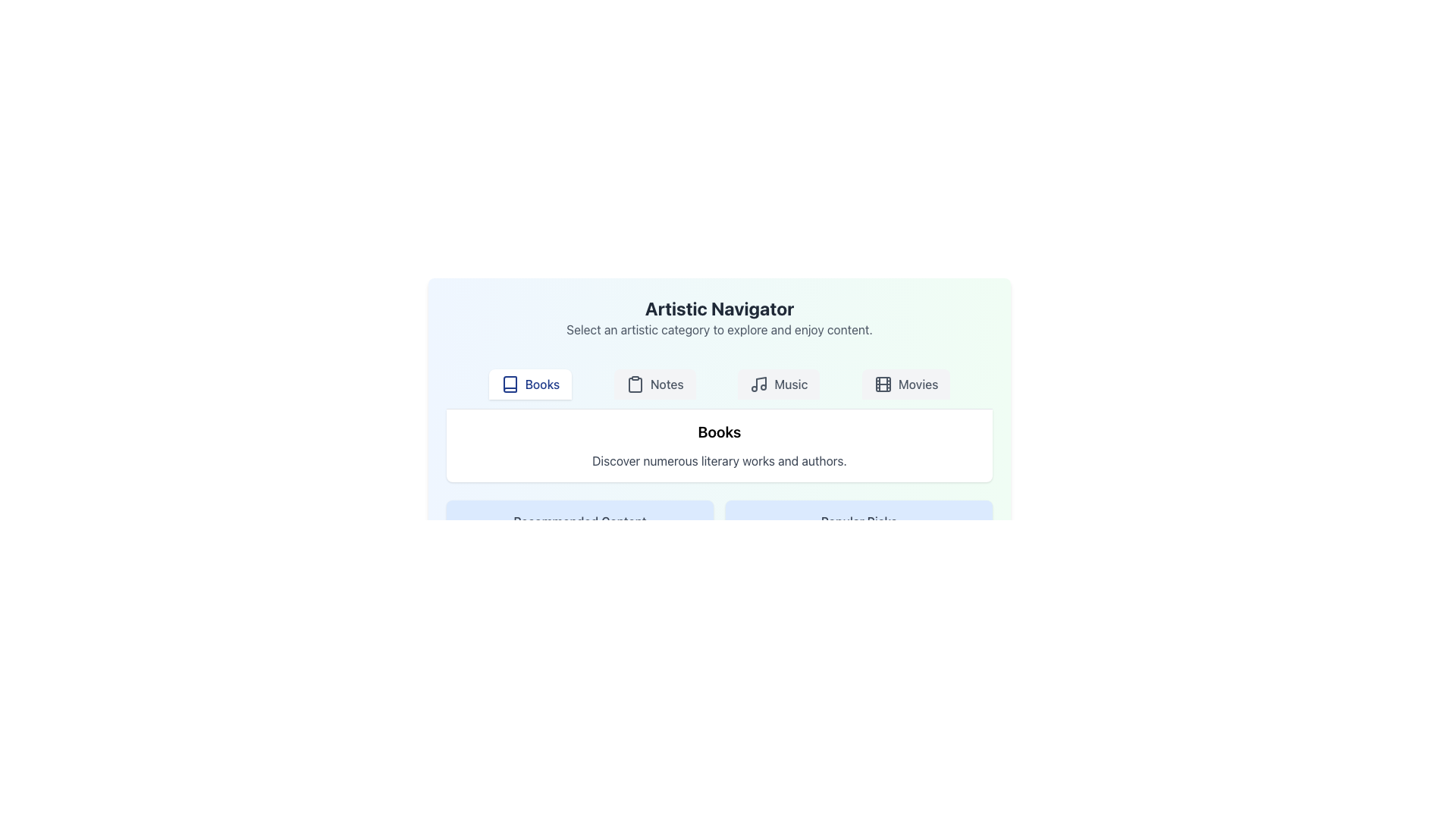  What do you see at coordinates (883, 383) in the screenshot?
I see `the film strip icon located within the 'Movies' category header, positioned to the left of the 'Movies' text label for accessibility purposes` at bounding box center [883, 383].